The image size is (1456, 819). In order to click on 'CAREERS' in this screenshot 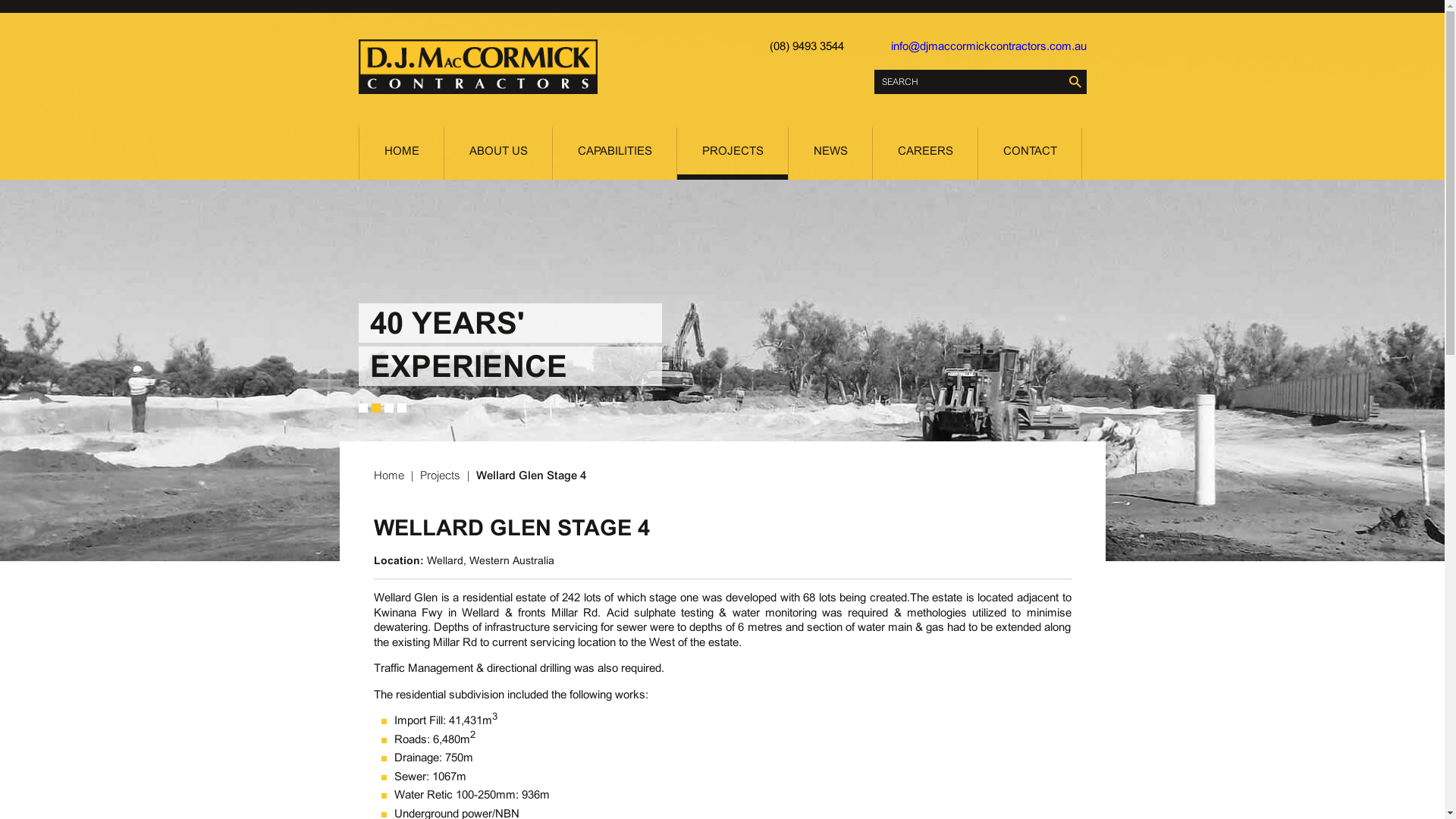, I will do `click(924, 153)`.